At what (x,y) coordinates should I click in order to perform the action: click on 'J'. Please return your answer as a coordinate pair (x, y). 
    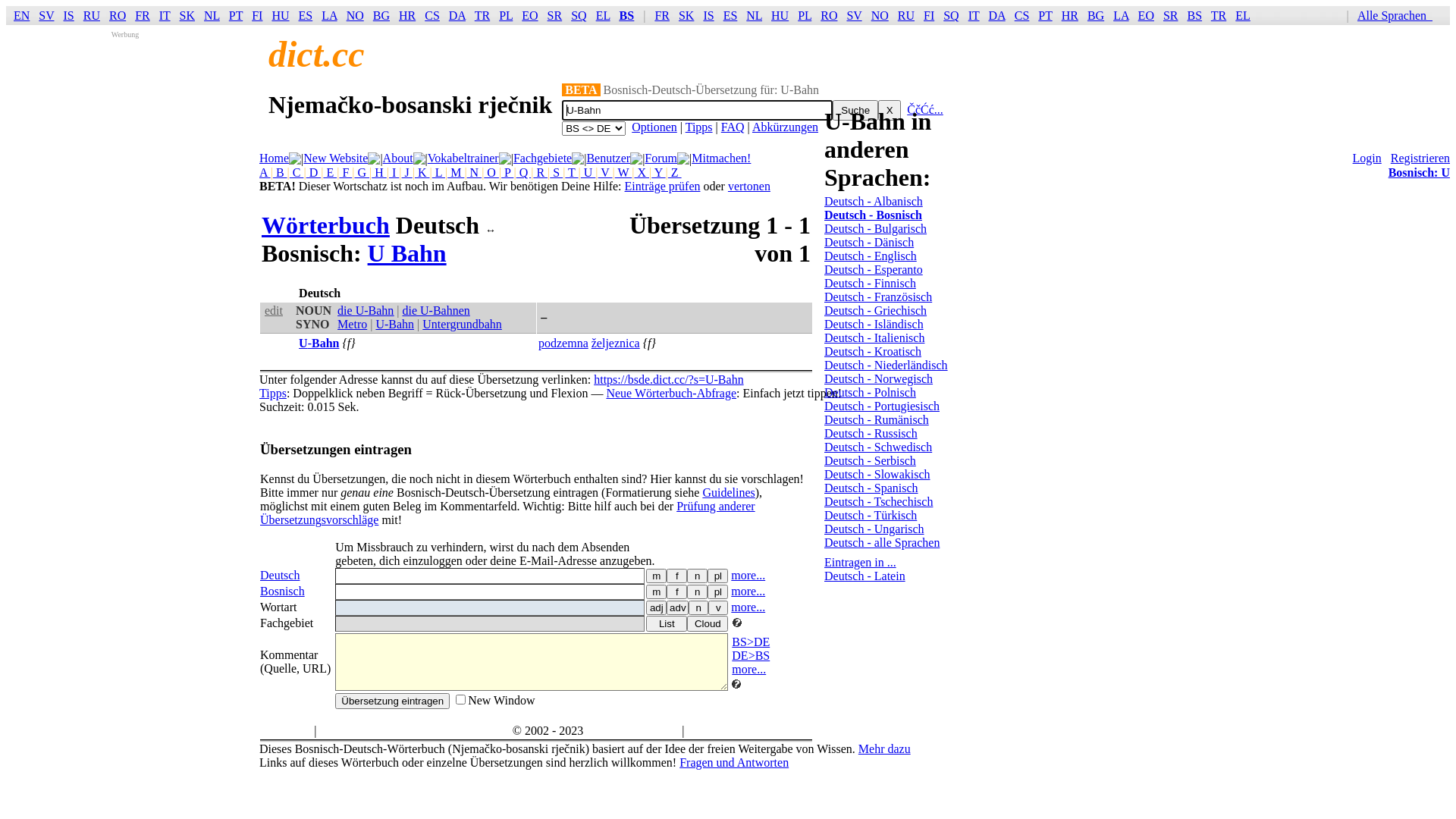
    Looking at the image, I should click on (407, 171).